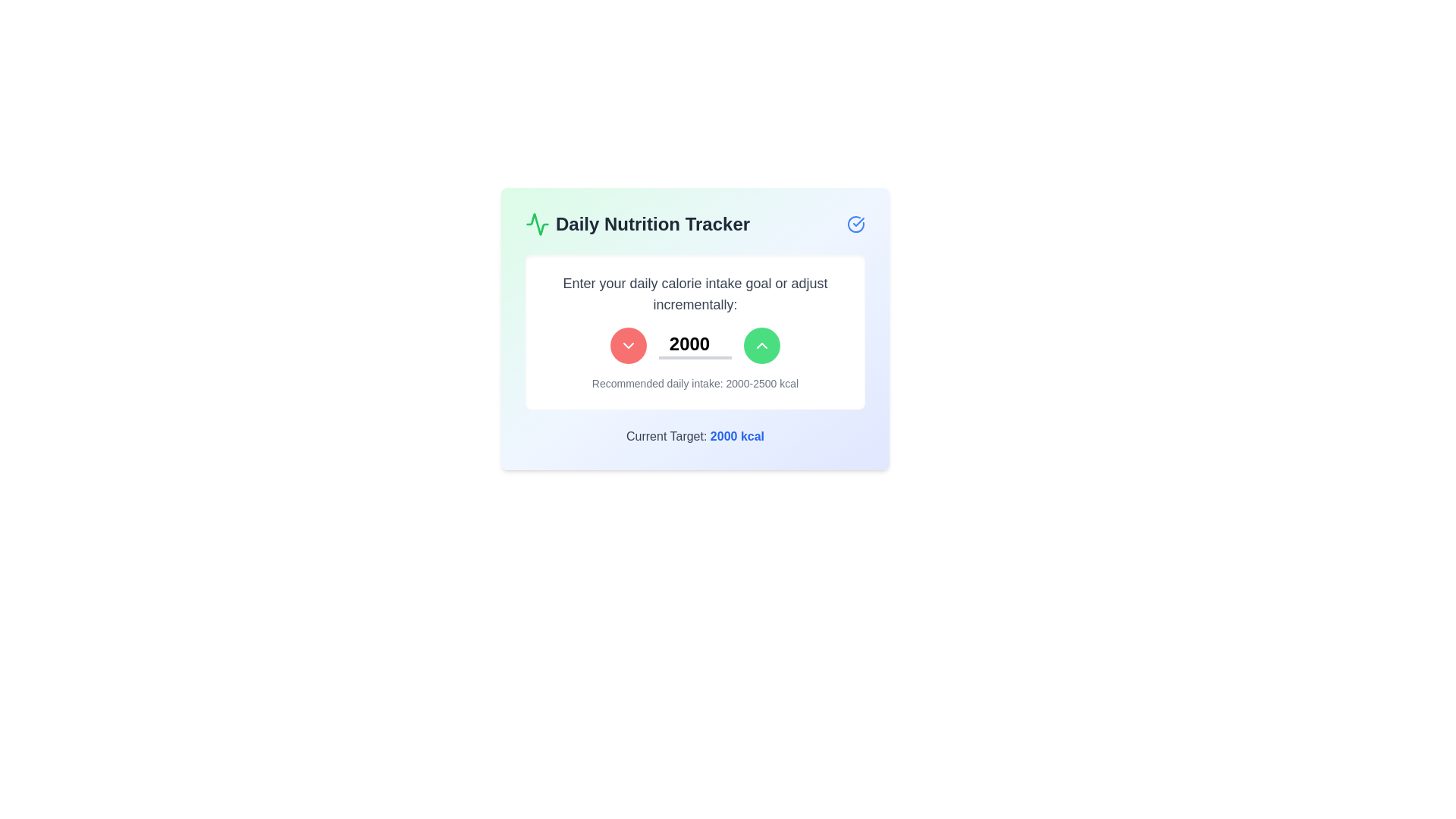  I want to click on the circular red button with a white chevron-like downwards arrow to decrement the value in the adjacent input field displaying '2000', so click(629, 345).